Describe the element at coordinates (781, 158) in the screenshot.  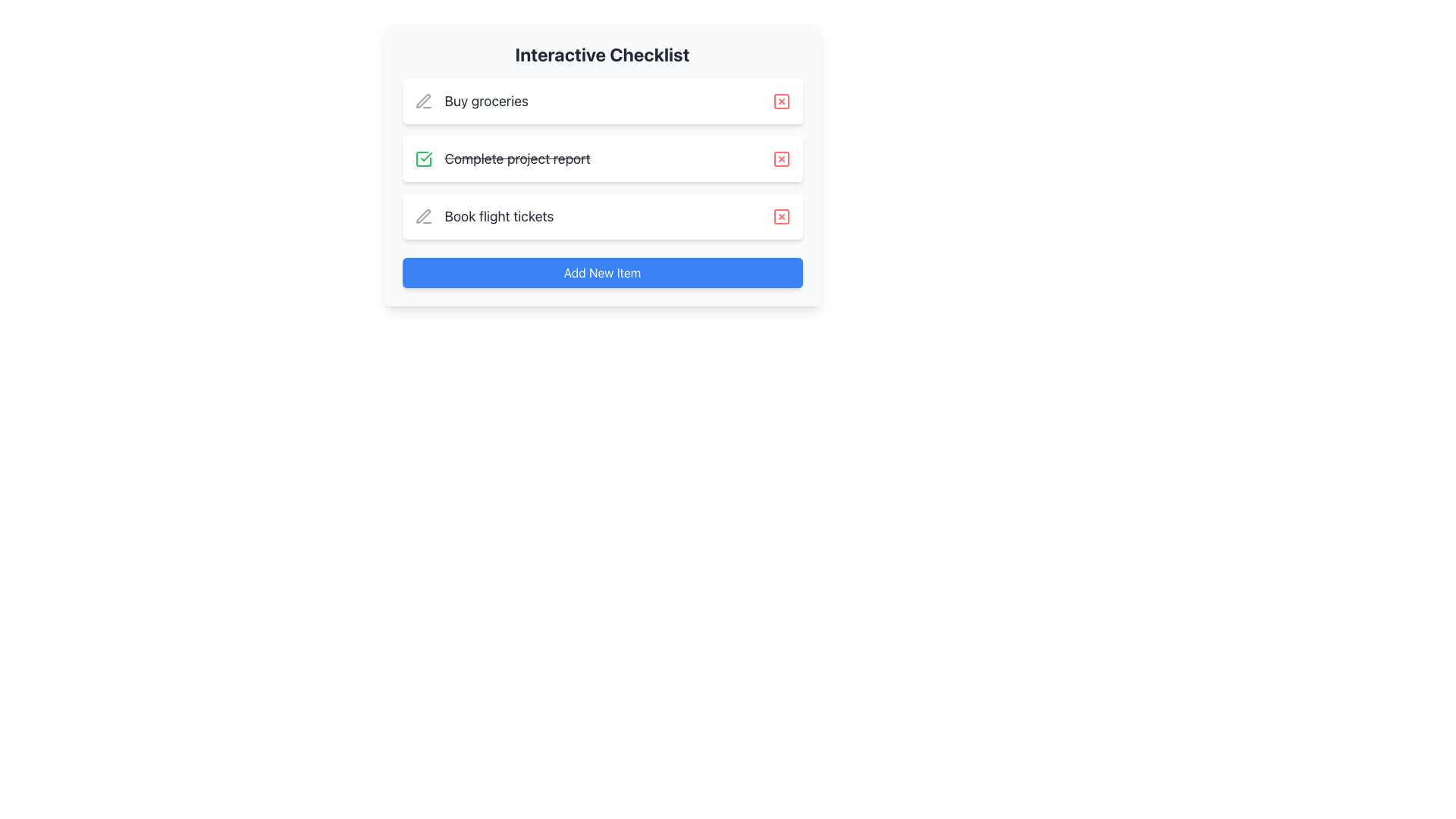
I see `the delete button located on the far right of the checklist item's row` at that location.